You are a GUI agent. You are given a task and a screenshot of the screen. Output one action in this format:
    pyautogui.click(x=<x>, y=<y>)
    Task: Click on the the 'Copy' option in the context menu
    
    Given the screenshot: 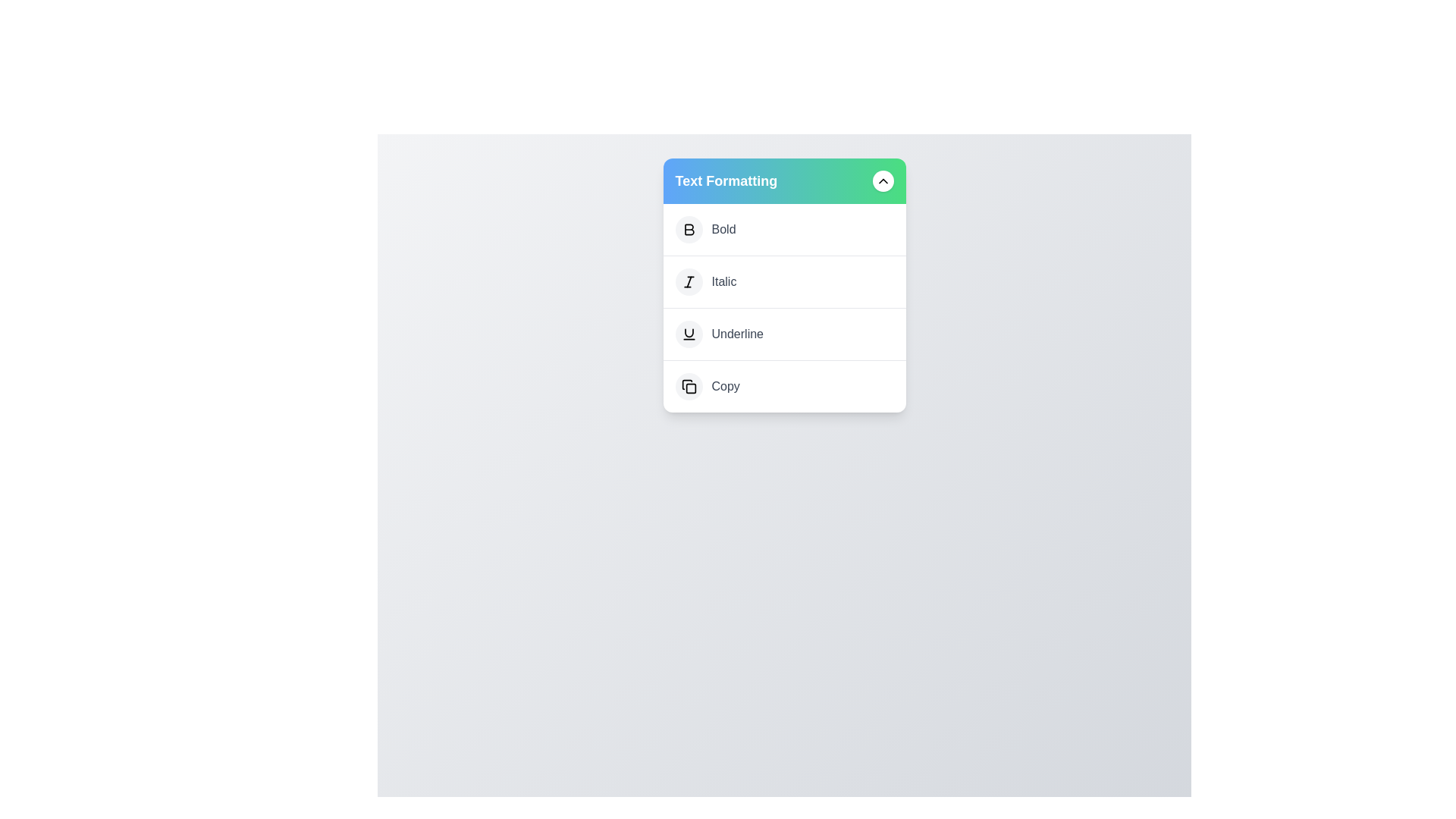 What is the action you would take?
    pyautogui.click(x=784, y=385)
    